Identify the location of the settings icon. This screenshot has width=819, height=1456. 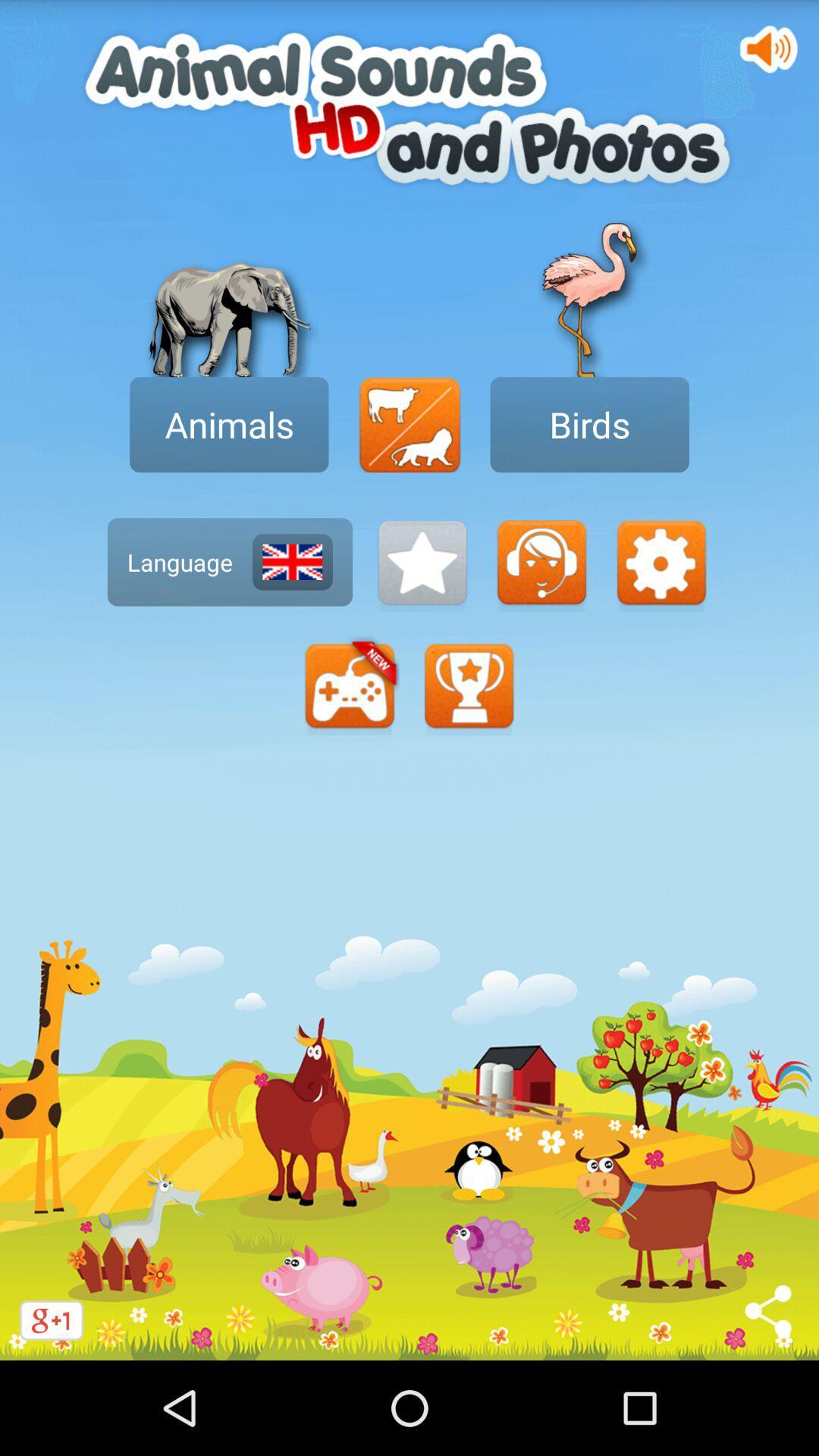
(660, 601).